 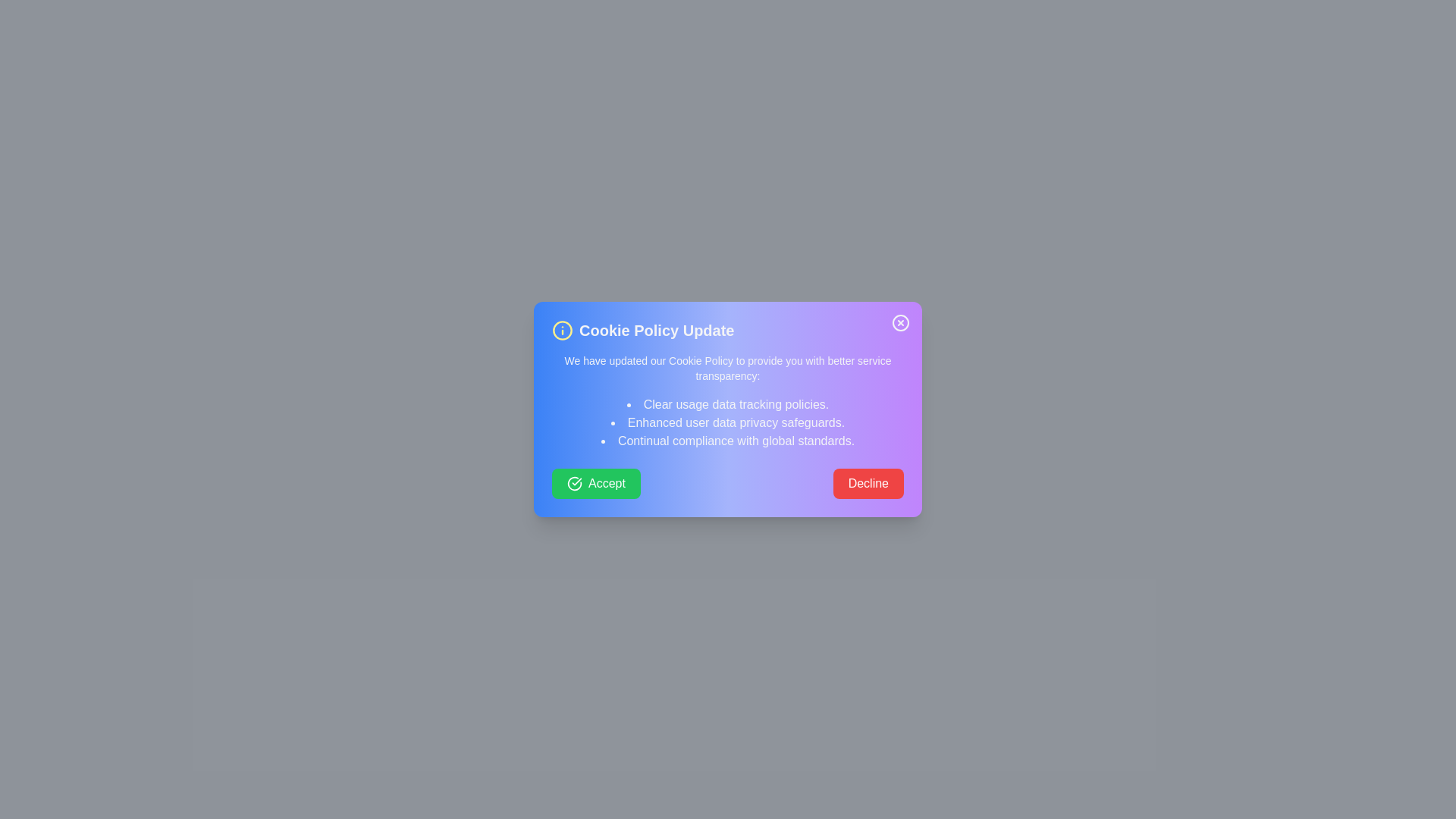 What do you see at coordinates (868, 483) in the screenshot?
I see `the decline button to decline the policy` at bounding box center [868, 483].